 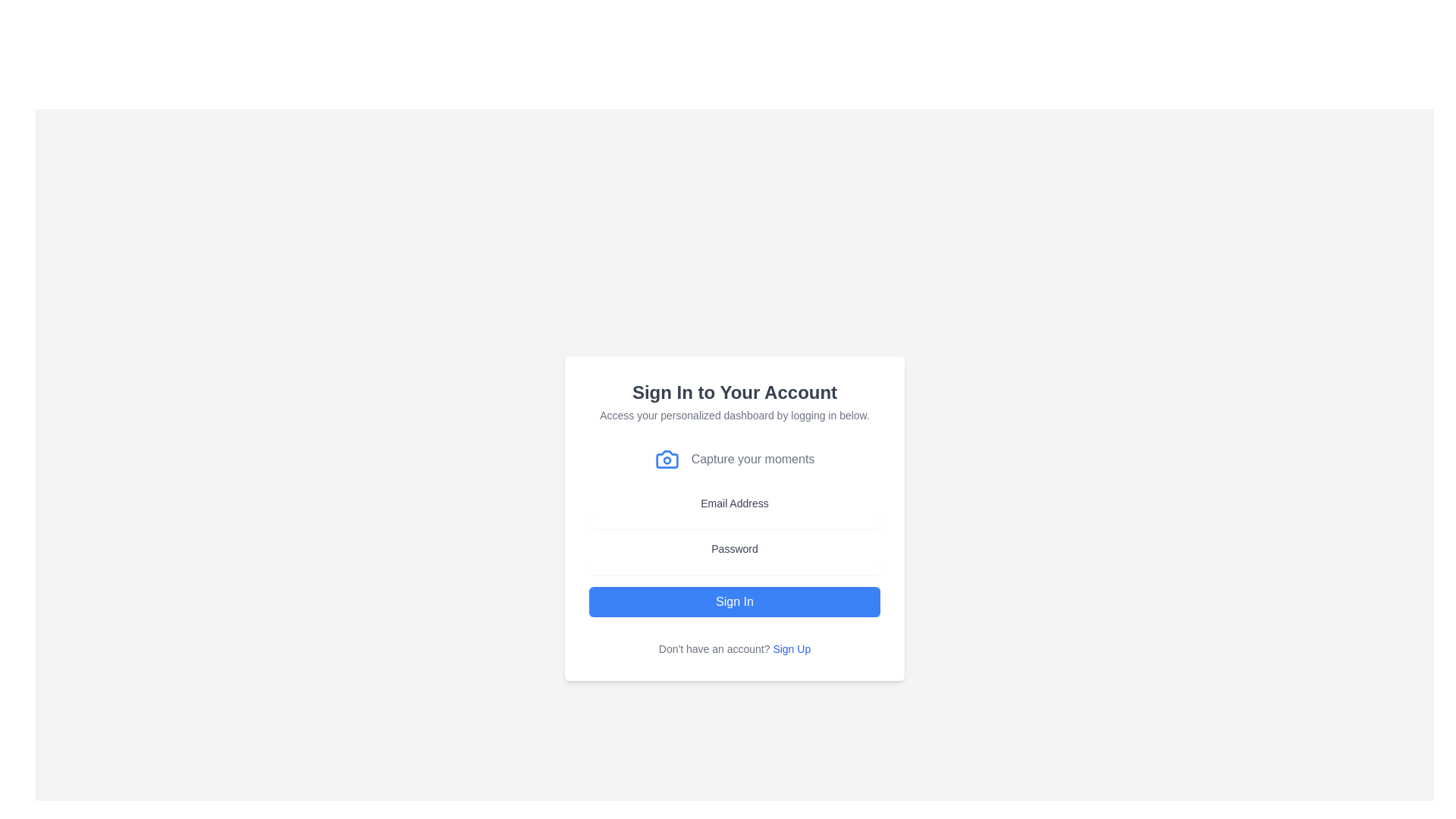 What do you see at coordinates (735, 558) in the screenshot?
I see `the Text Label that guides users to enter their password credentials, located between the 'Email Address' group and the 'Sign In' button` at bounding box center [735, 558].